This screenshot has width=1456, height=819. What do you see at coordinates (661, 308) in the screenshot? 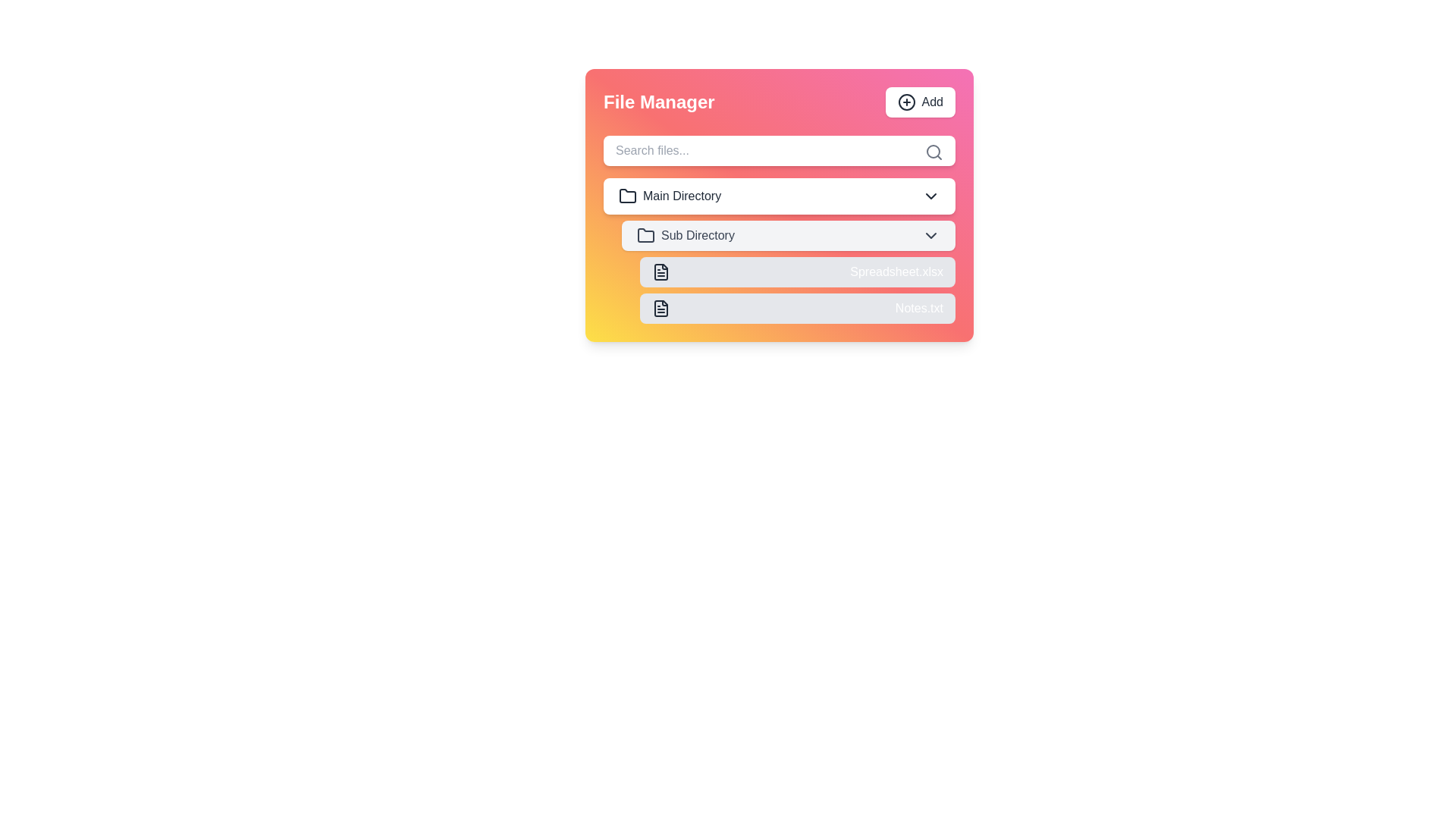
I see `the file document icon representing 'Notes.txt' in the File Manager interface` at bounding box center [661, 308].